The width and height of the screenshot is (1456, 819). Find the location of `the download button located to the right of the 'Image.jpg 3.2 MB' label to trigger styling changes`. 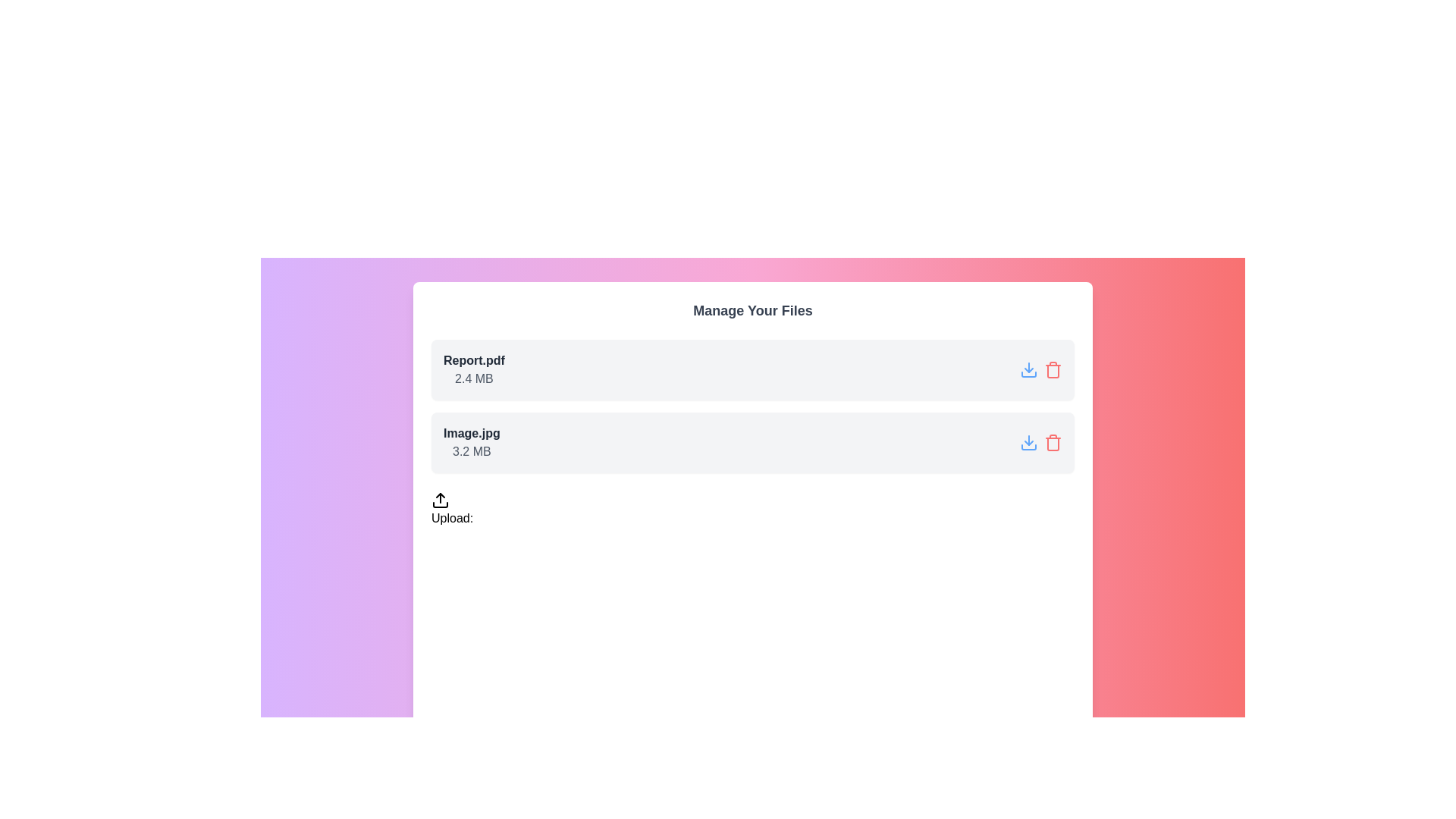

the download button located to the right of the 'Image.jpg 3.2 MB' label to trigger styling changes is located at coordinates (1029, 442).